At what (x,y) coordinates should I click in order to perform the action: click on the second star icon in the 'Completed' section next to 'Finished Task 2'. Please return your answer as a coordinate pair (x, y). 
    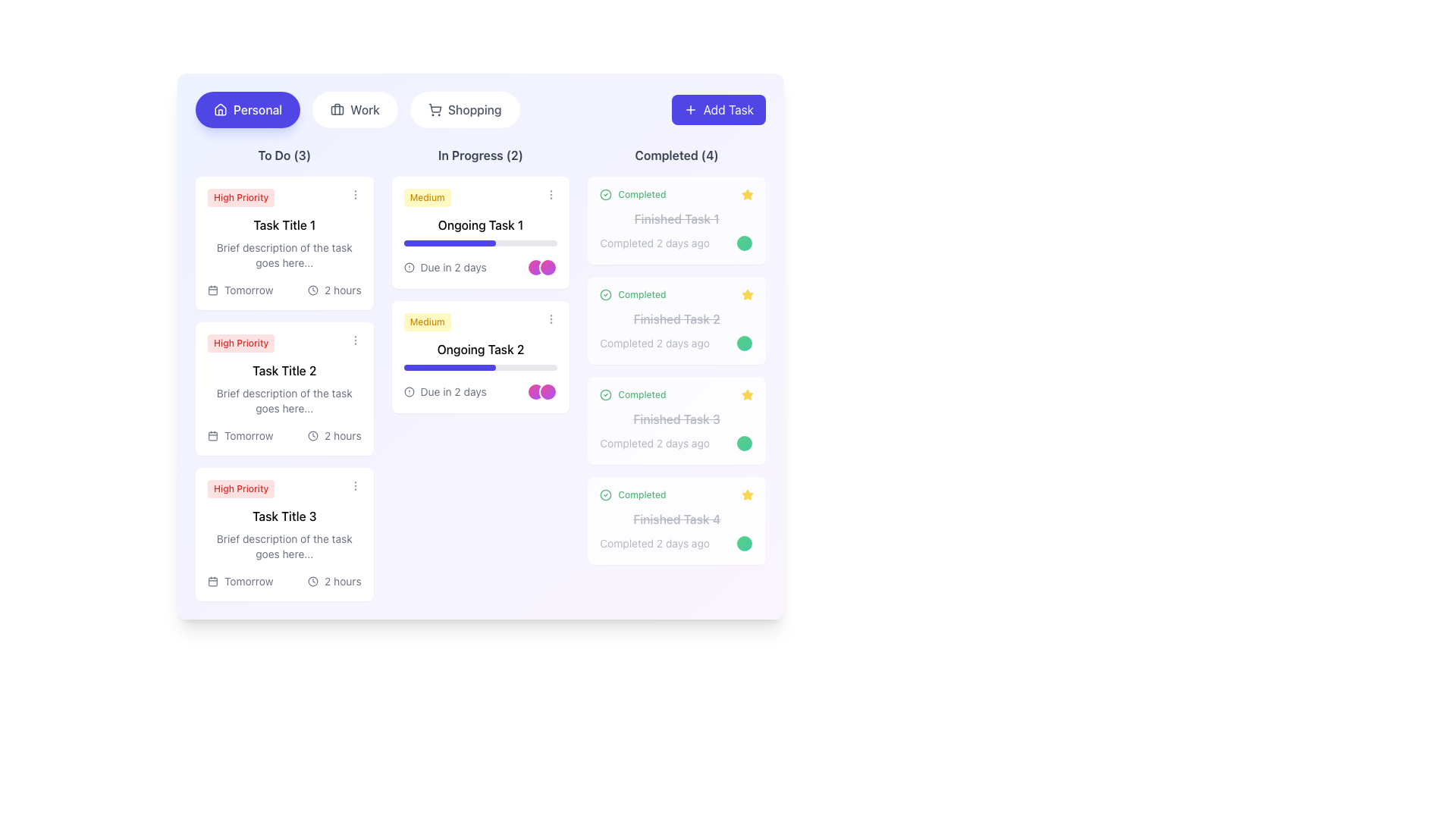
    Looking at the image, I should click on (747, 294).